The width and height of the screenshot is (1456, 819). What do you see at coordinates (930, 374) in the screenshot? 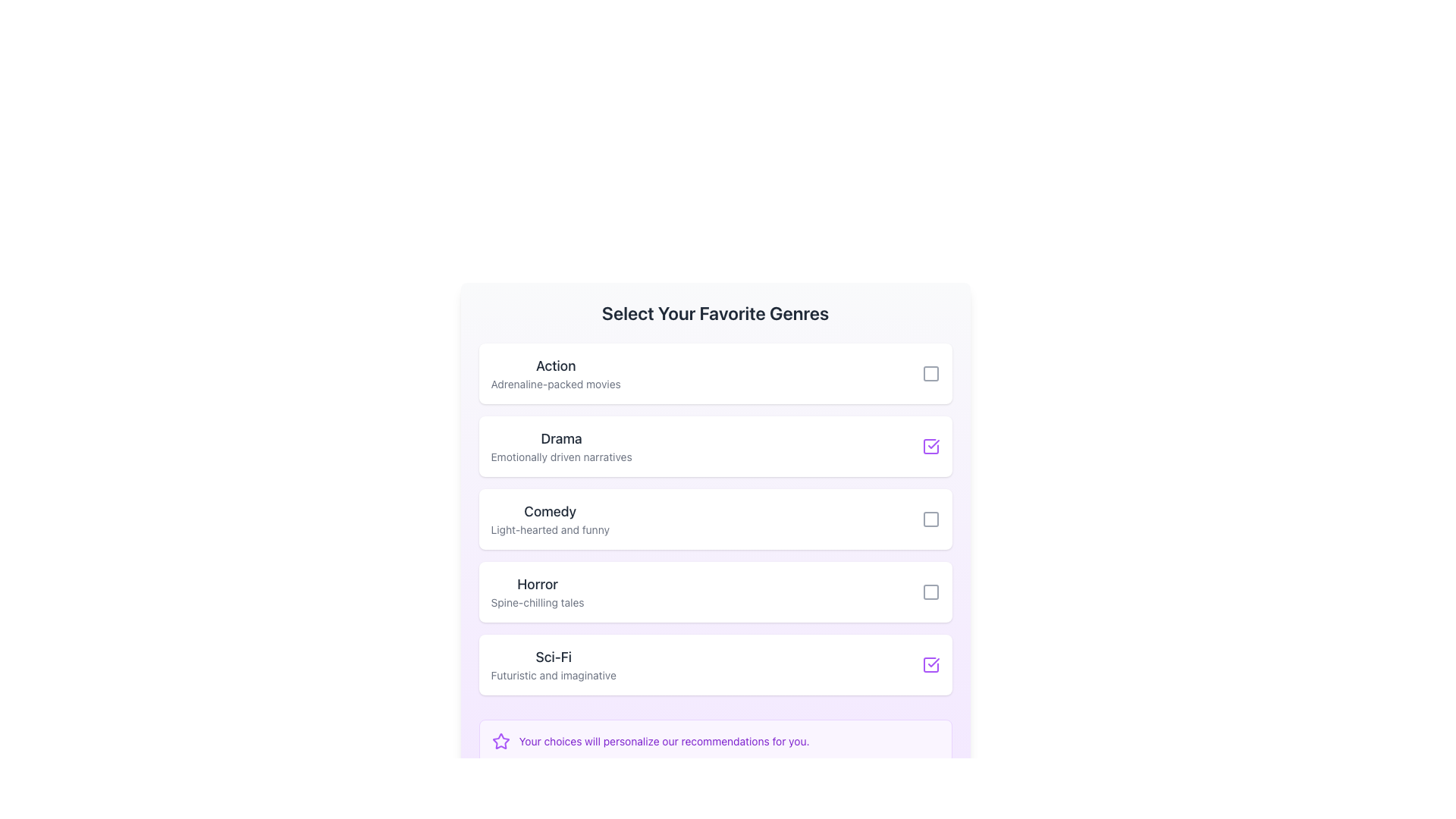
I see `the Checkbox indicator for the 'Action' genre` at bounding box center [930, 374].